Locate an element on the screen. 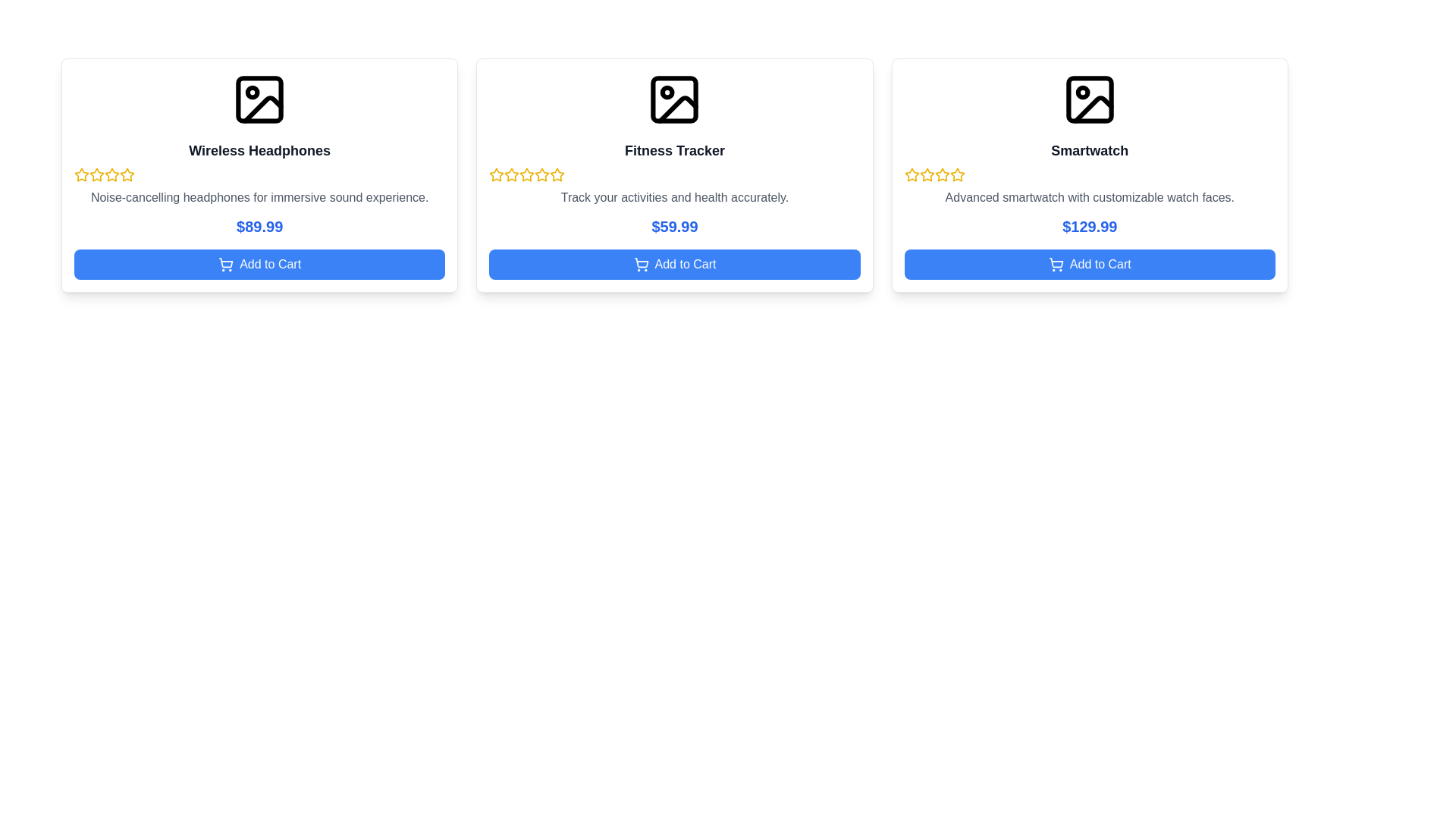  displayed details from the first Product Card in the grid layout, which includes its name, description, and price is located at coordinates (259, 174).